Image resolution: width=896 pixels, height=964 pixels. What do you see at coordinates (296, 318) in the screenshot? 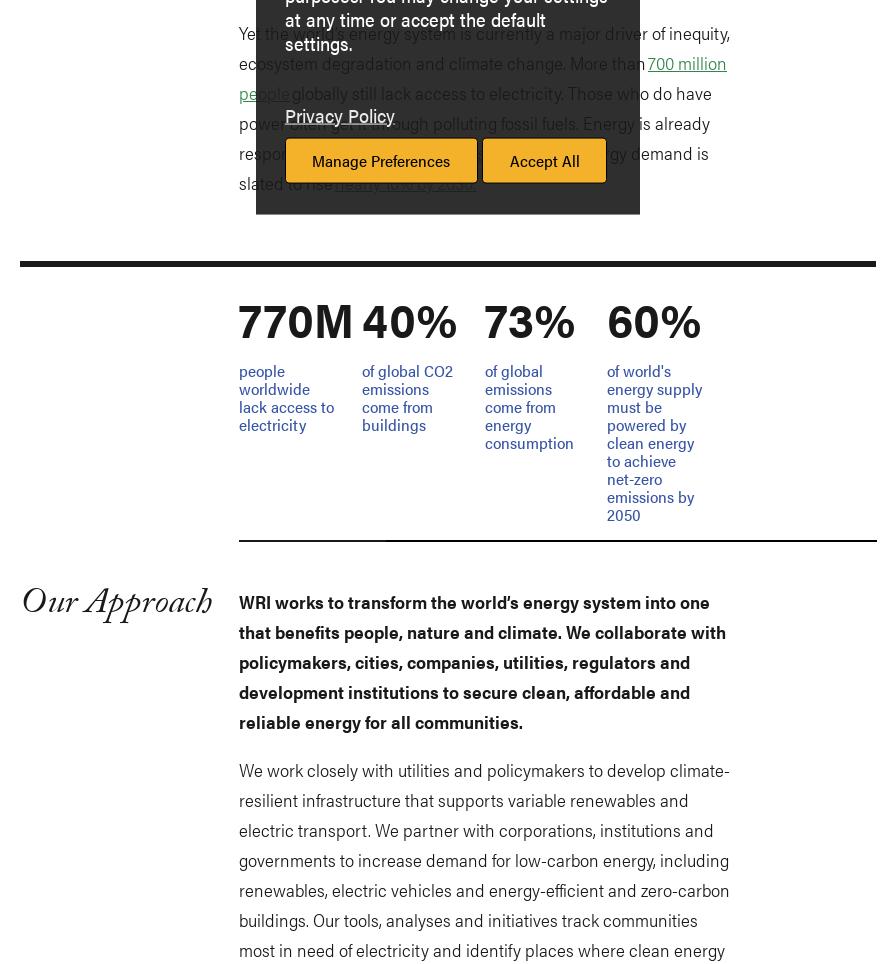
I see `'770M'` at bounding box center [296, 318].